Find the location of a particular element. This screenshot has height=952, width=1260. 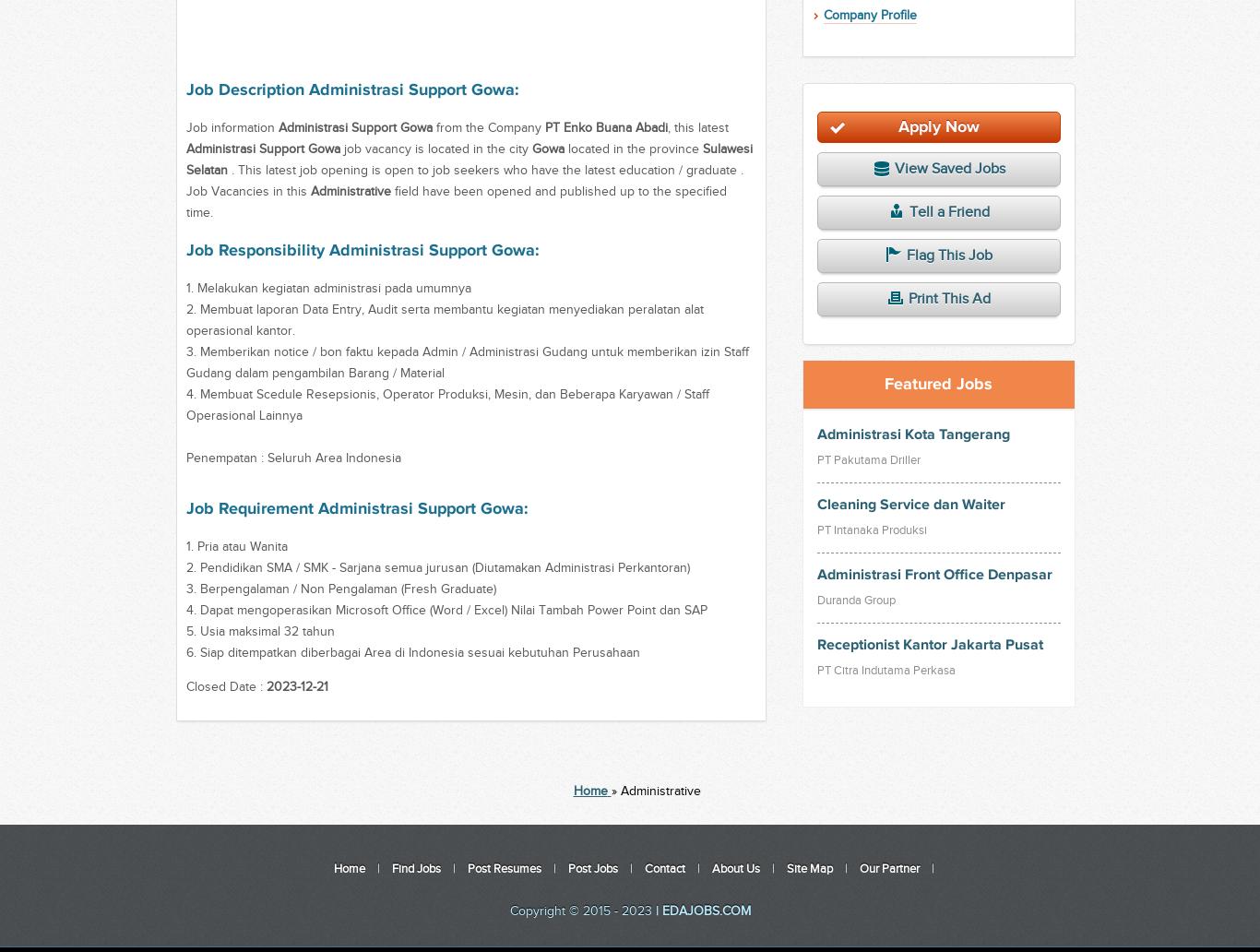

'About Us' is located at coordinates (735, 868).